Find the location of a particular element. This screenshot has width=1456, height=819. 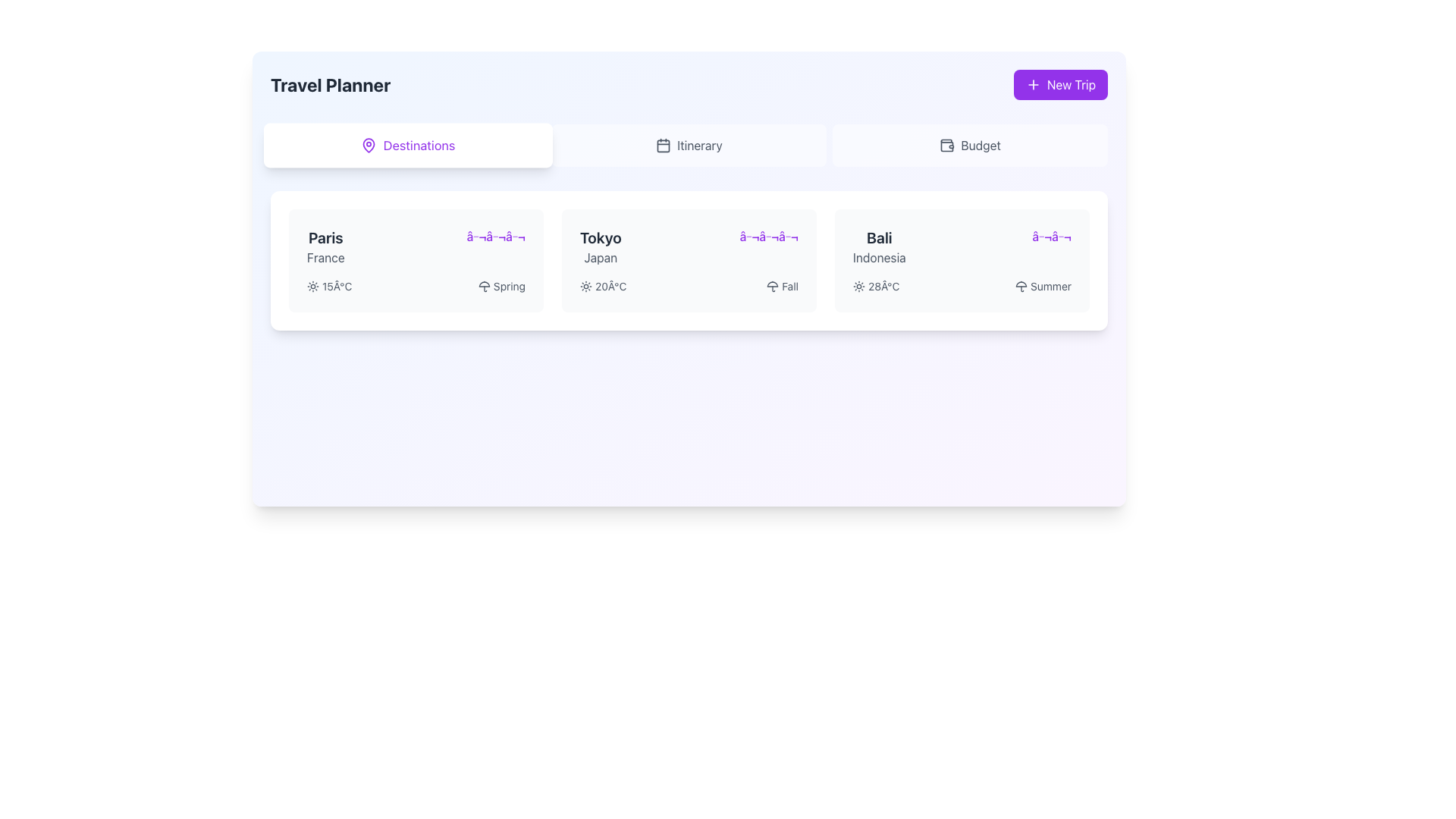

the static text label that identifies 'Bali, Indonesia' within the travel planning interface, located in the third card of destination cards is located at coordinates (879, 246).